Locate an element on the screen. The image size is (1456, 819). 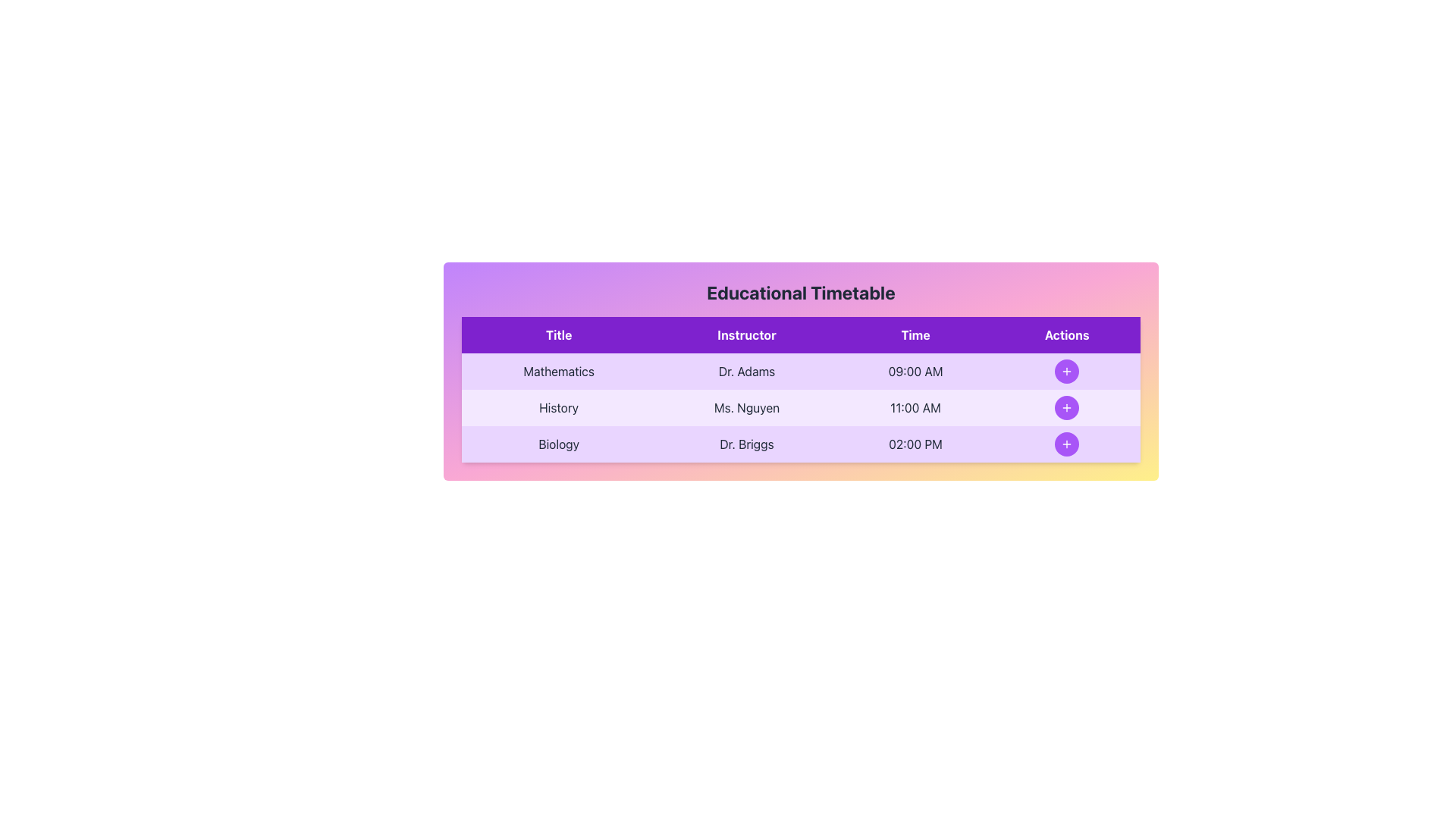
the circular plus icon button with a purple background located in the last column of the second row under the 'Actions' column is located at coordinates (1065, 406).